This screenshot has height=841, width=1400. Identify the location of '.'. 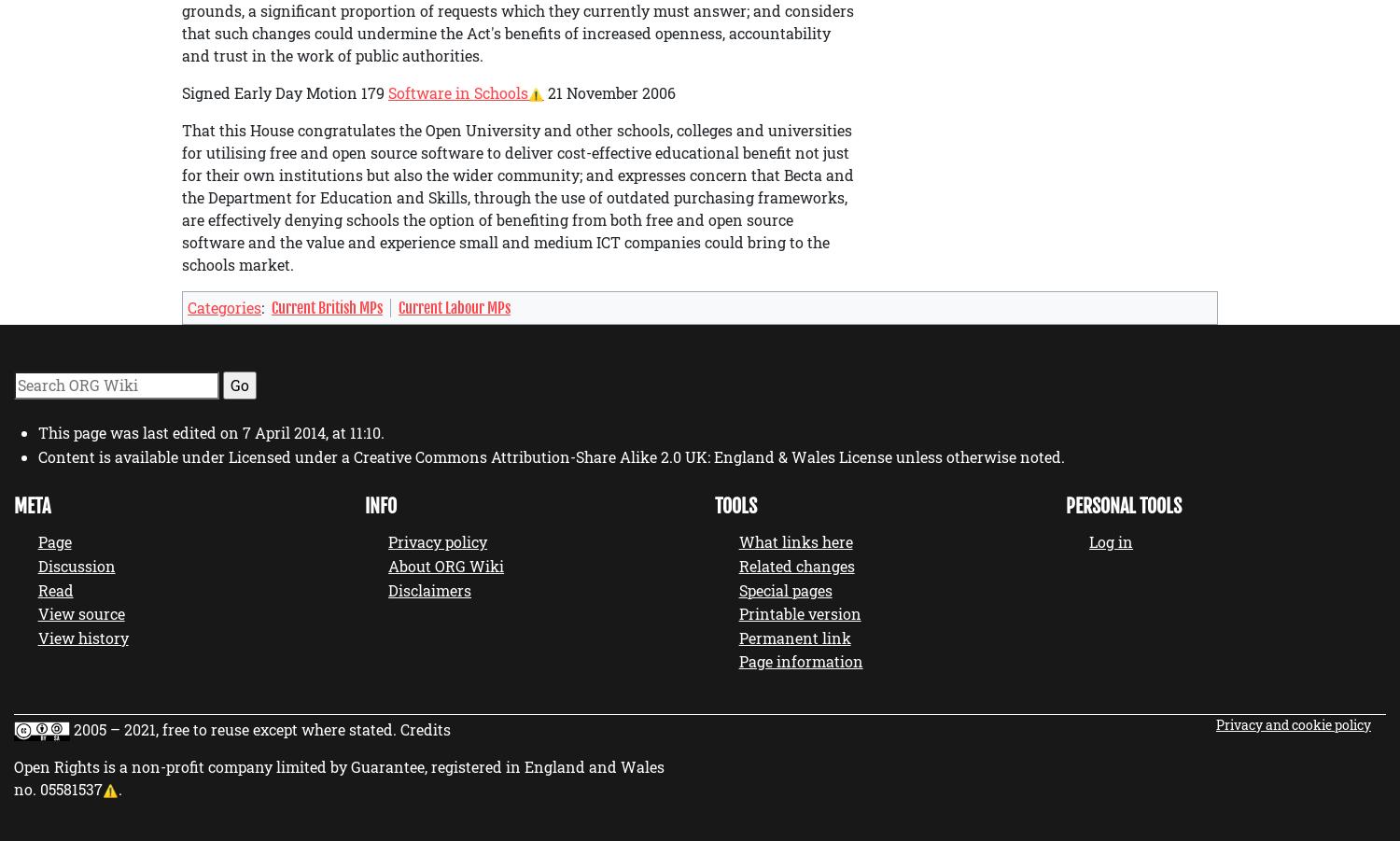
(120, 788).